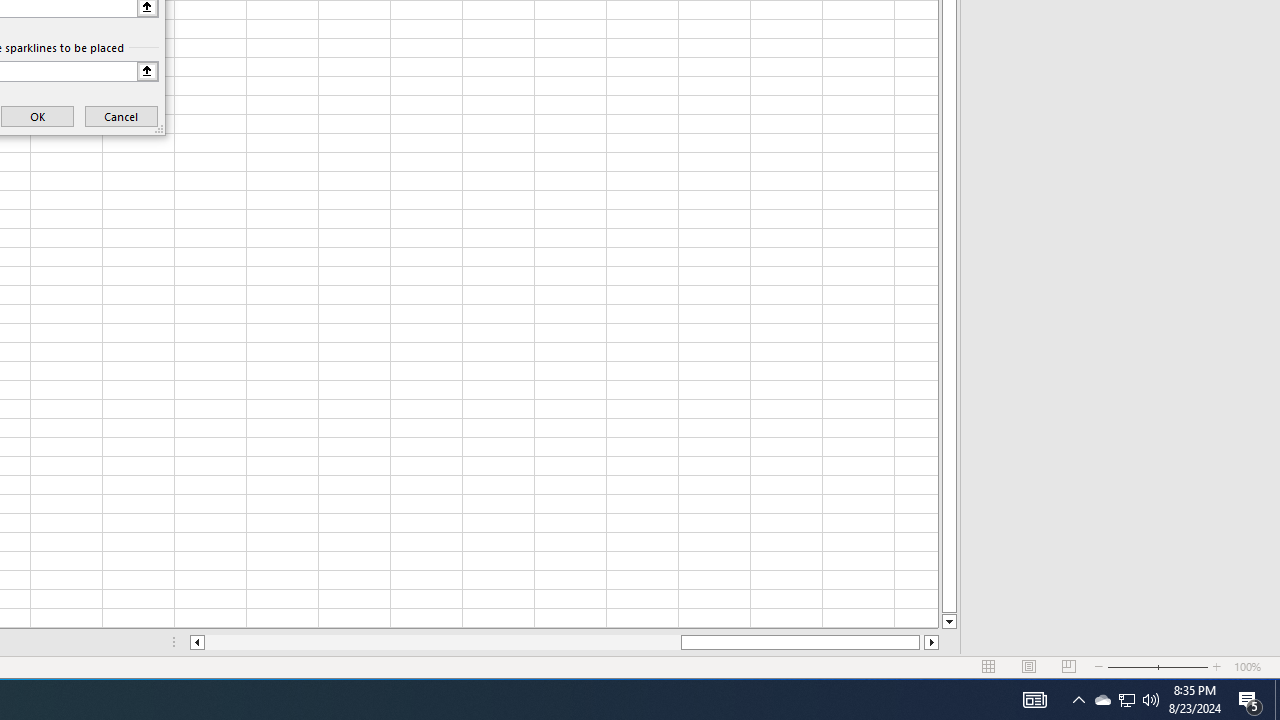 The image size is (1280, 720). Describe the element at coordinates (948, 621) in the screenshot. I see `'Line down'` at that location.